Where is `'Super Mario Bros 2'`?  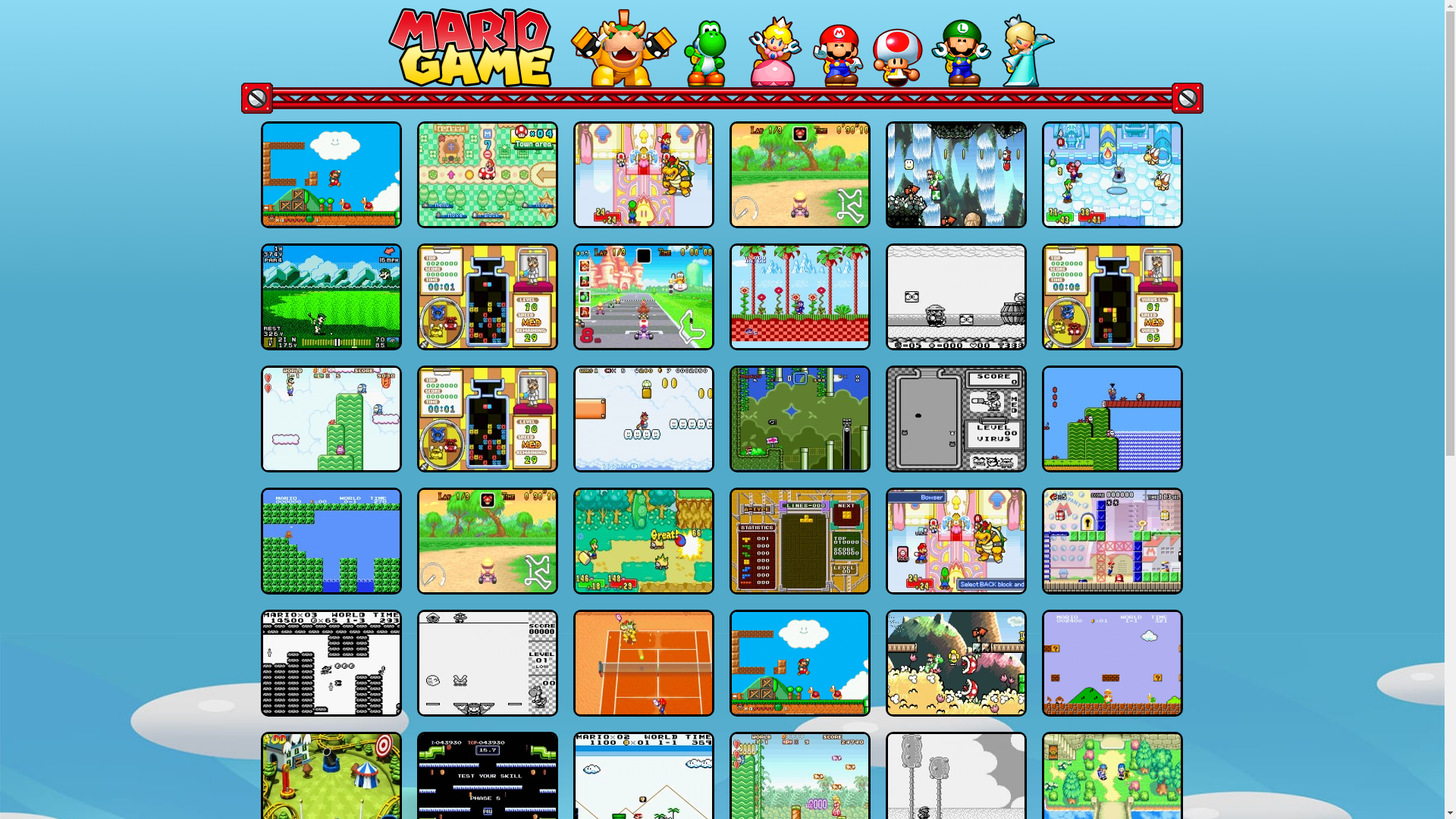 'Super Mario Bros 2' is located at coordinates (1112, 417).